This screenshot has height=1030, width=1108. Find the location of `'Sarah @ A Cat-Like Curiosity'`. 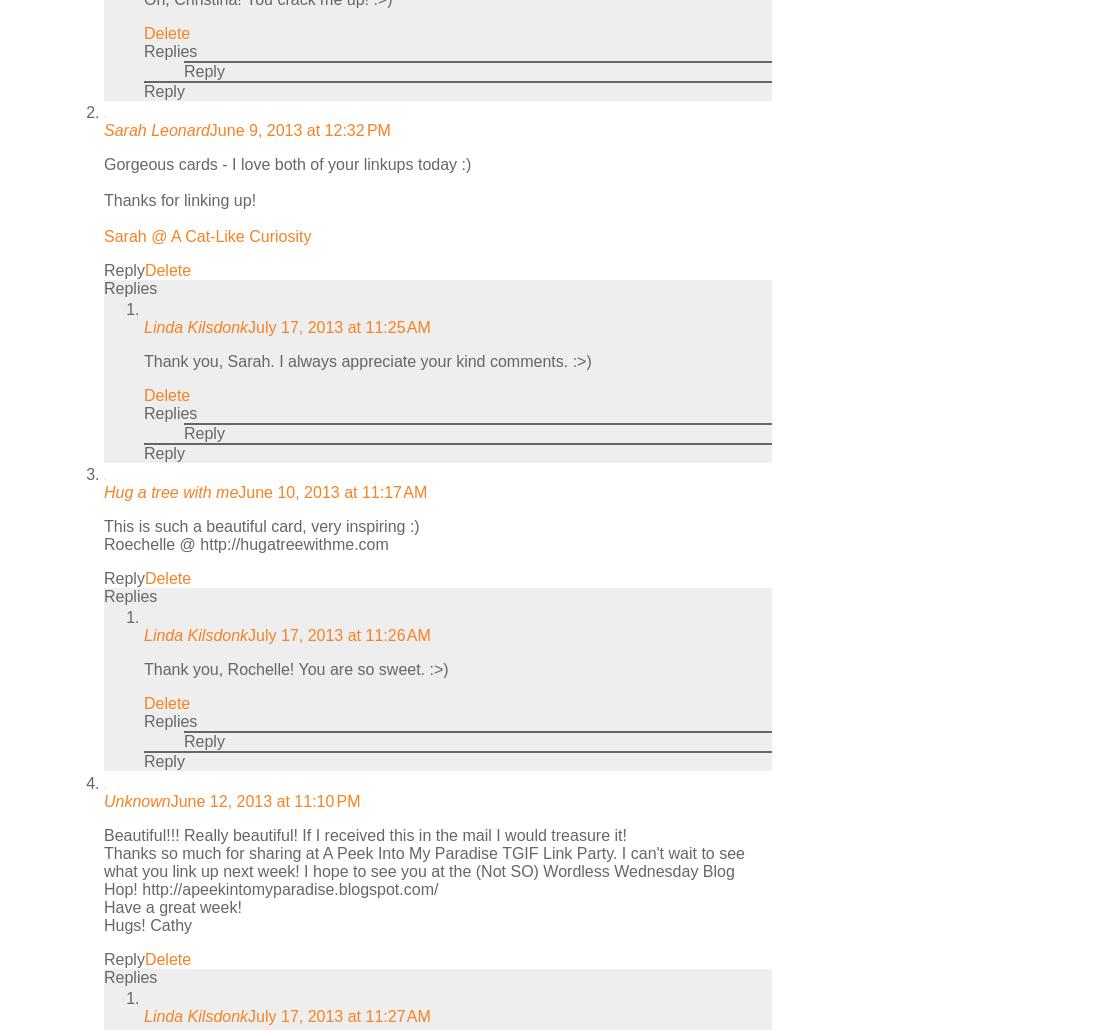

'Sarah @ A Cat-Like Curiosity' is located at coordinates (207, 235).